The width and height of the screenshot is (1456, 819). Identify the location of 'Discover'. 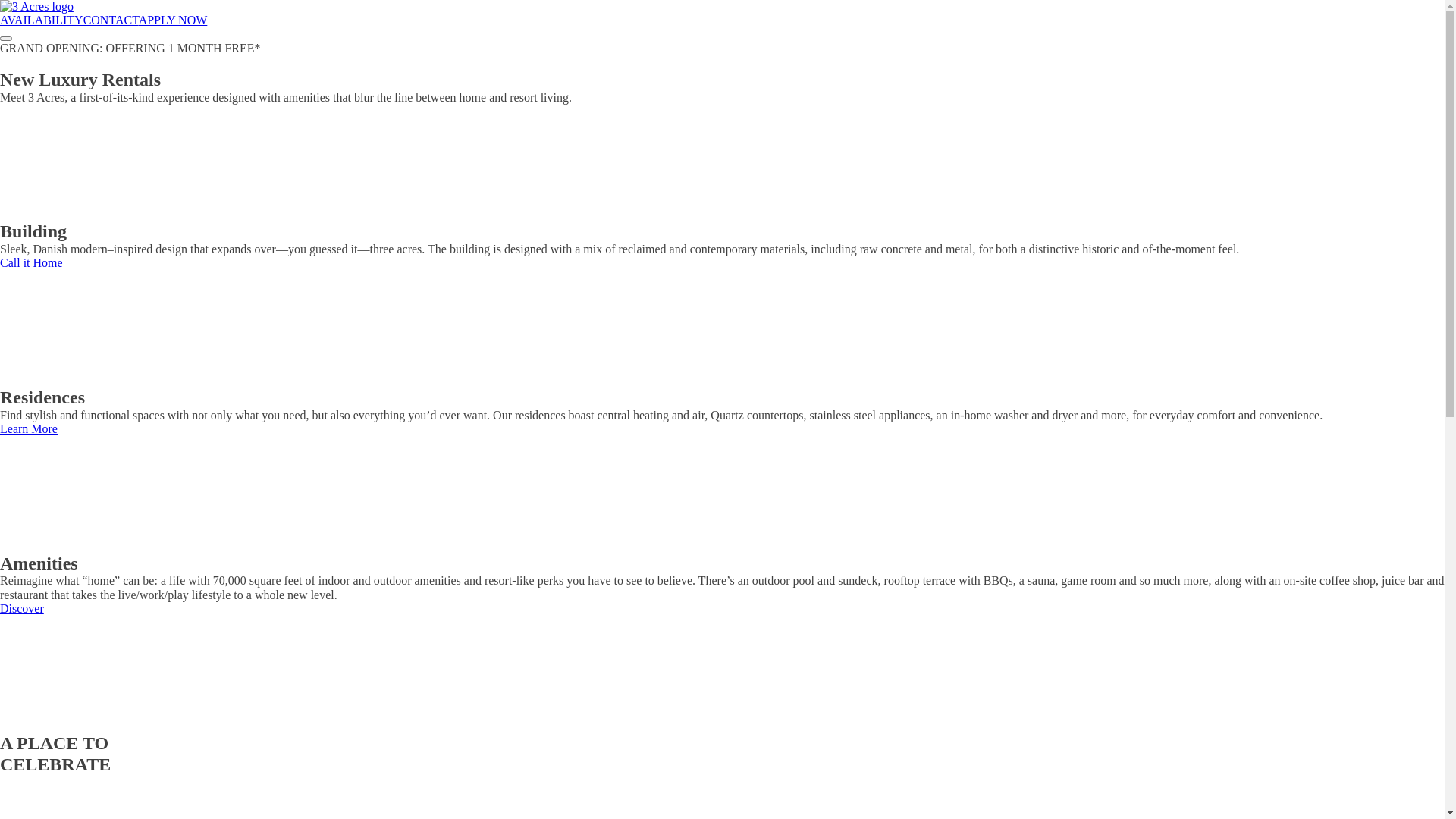
(21, 607).